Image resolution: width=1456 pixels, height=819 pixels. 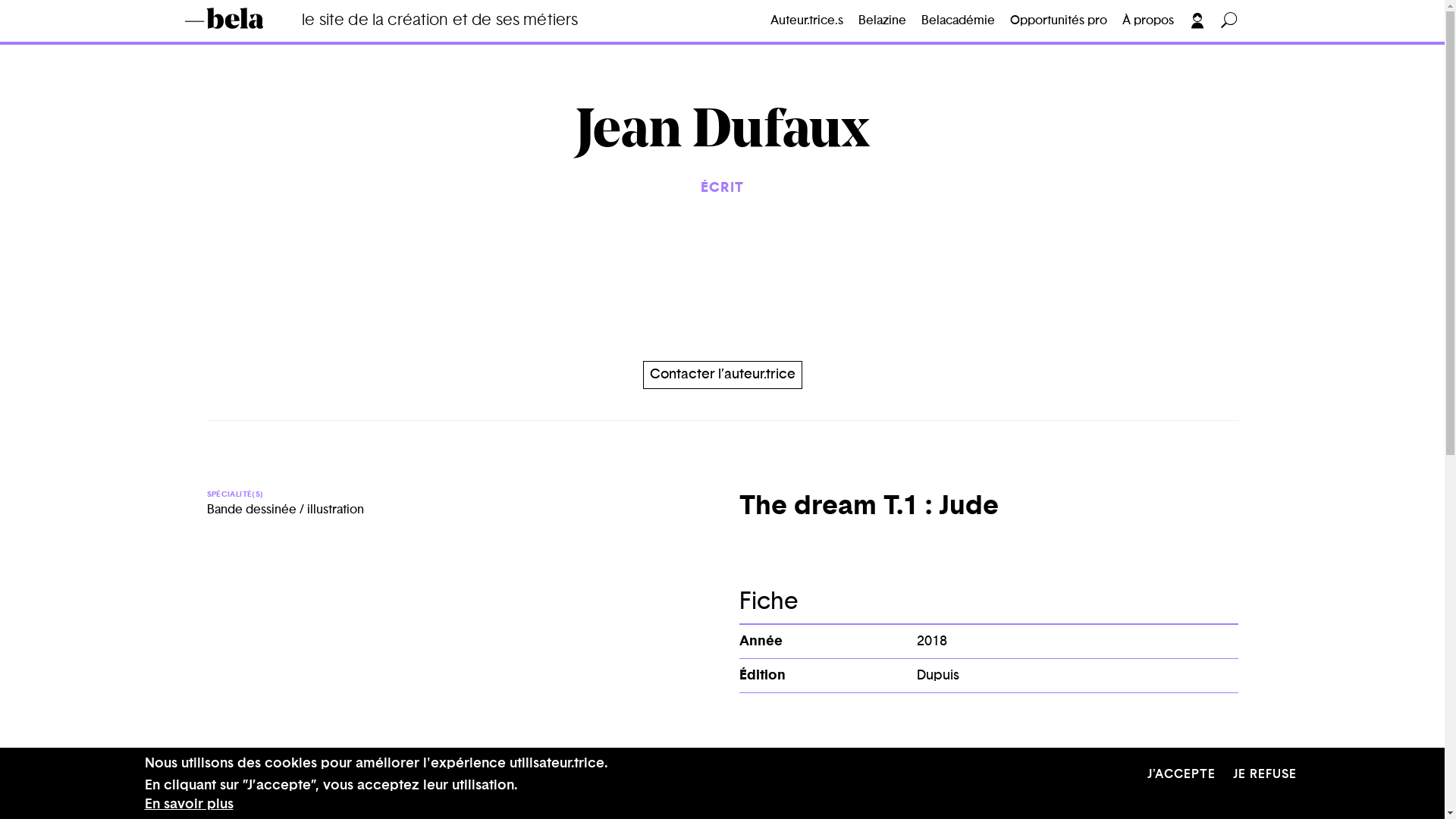 I want to click on 'Auteur.trice.s', so click(x=806, y=20).